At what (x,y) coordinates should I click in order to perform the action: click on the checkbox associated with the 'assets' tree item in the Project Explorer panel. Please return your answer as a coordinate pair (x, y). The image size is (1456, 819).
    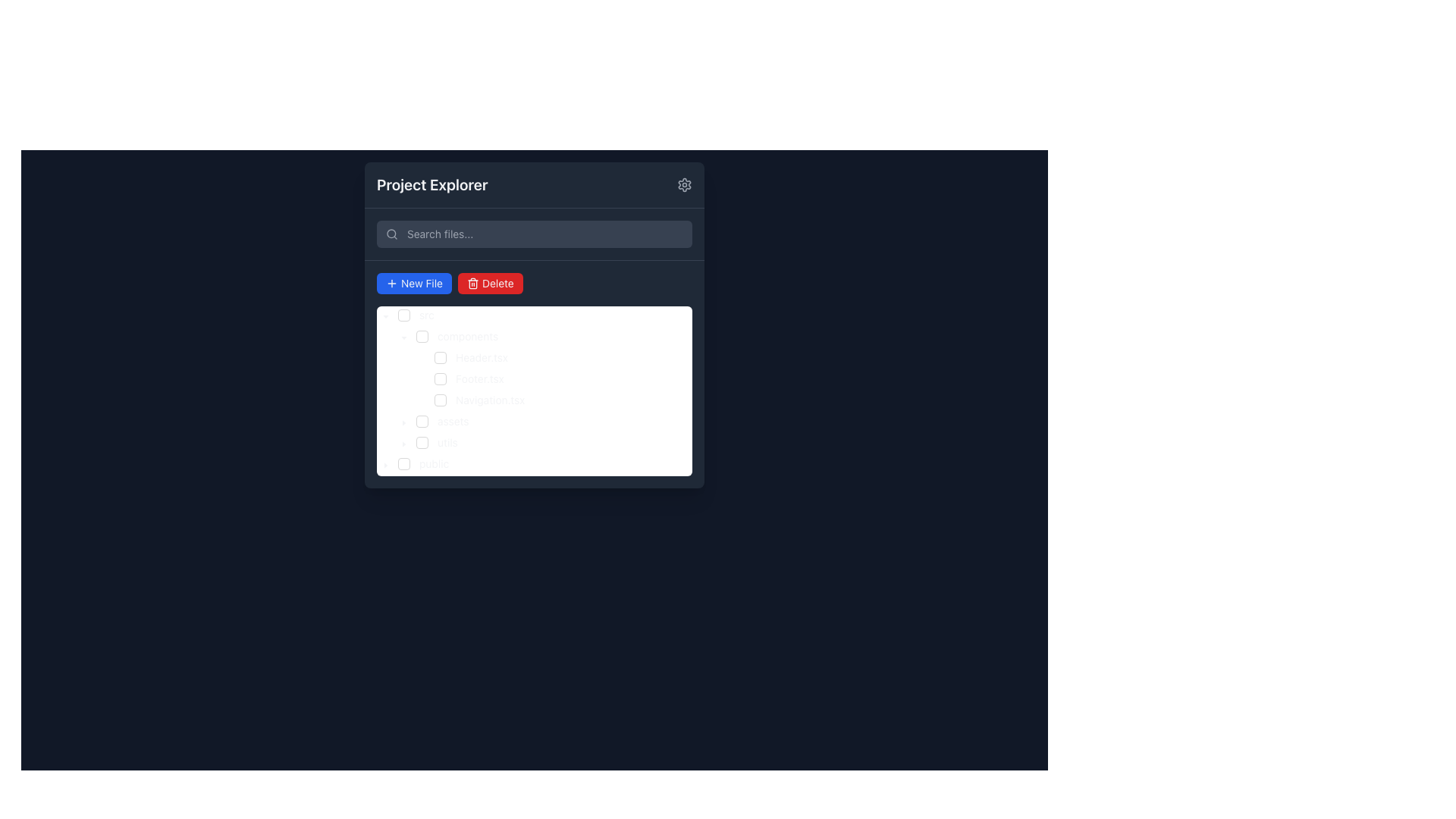
    Looking at the image, I should click on (425, 421).